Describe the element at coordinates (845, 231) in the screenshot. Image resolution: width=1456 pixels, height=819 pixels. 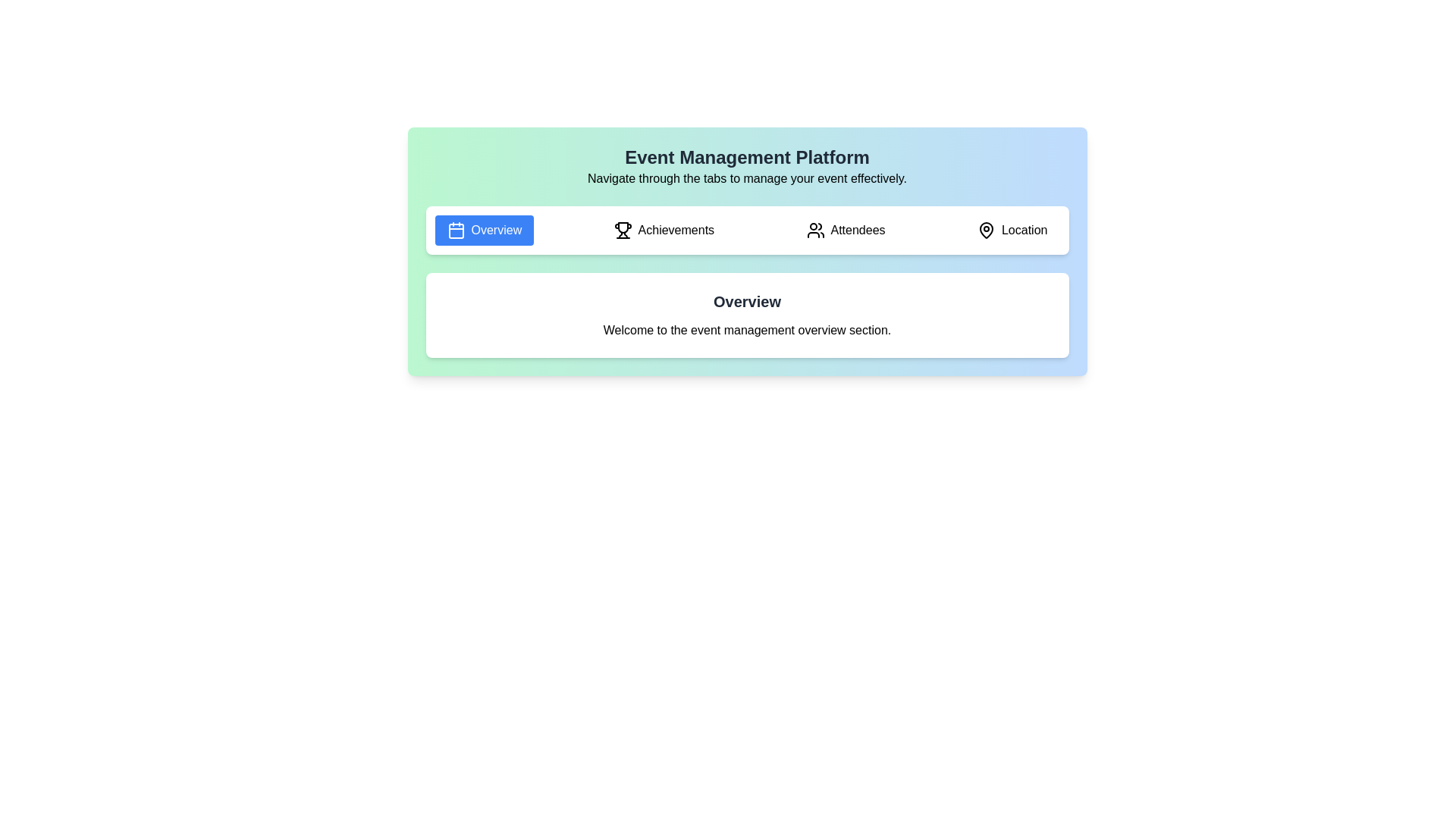
I see `the 'Attendees' button in the navigation menu to change its background color` at that location.